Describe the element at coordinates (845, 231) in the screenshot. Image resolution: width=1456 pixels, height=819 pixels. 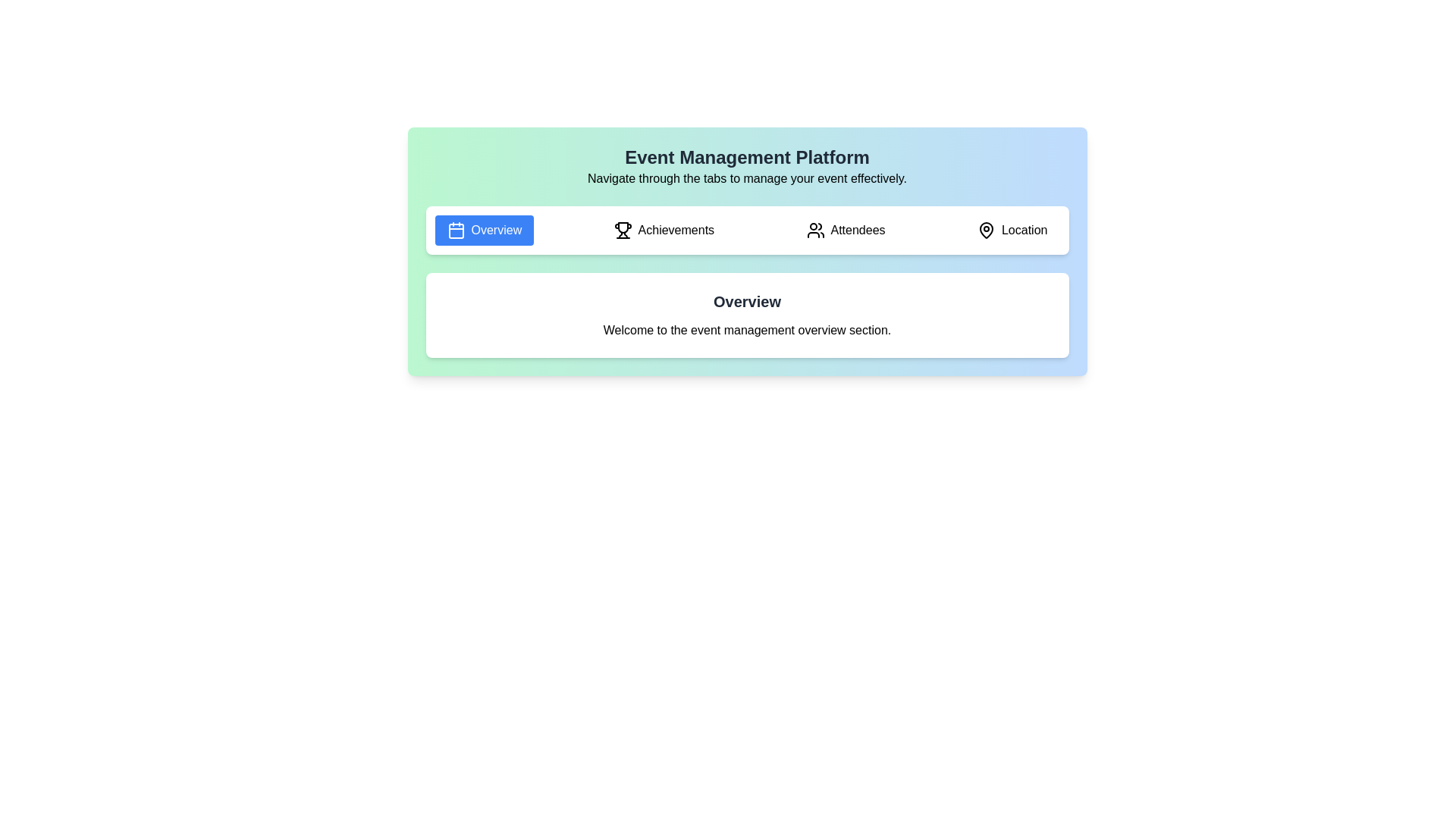
I see `the 'Attendees' button in the navigation menu to change its background color` at that location.